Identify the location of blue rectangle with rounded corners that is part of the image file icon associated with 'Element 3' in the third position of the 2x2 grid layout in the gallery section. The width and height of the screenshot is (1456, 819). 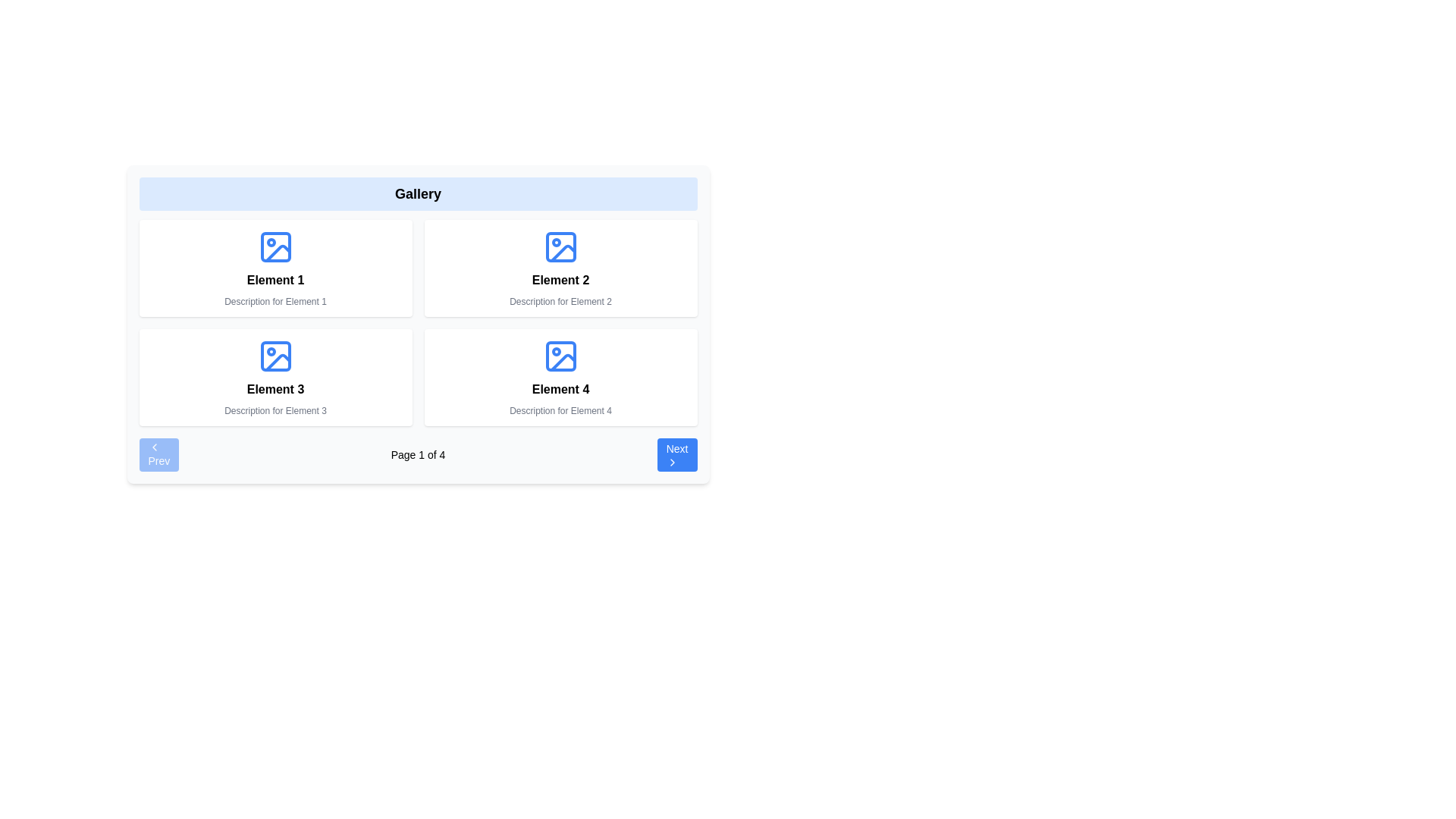
(275, 356).